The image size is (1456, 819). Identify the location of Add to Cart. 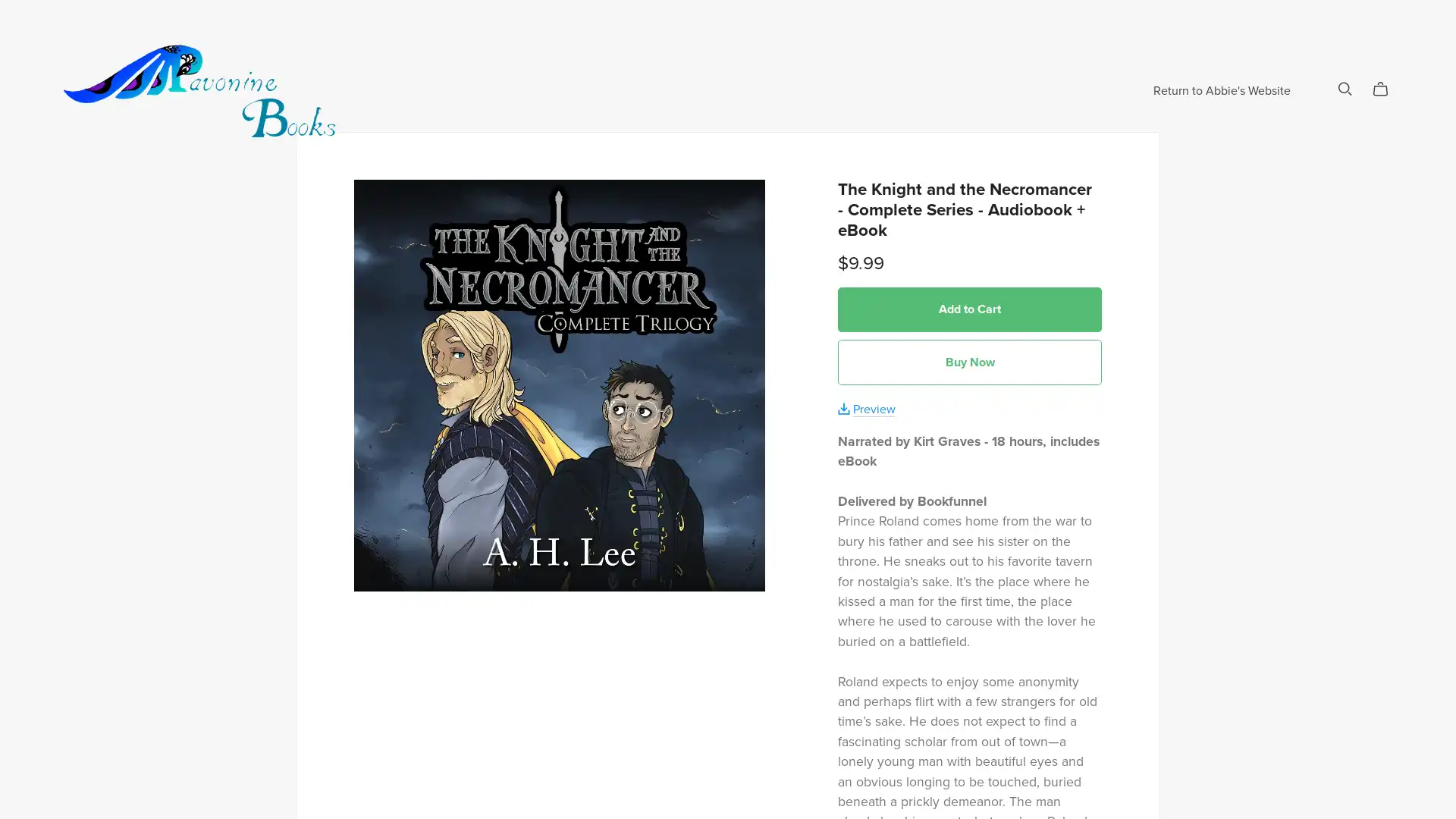
(968, 359).